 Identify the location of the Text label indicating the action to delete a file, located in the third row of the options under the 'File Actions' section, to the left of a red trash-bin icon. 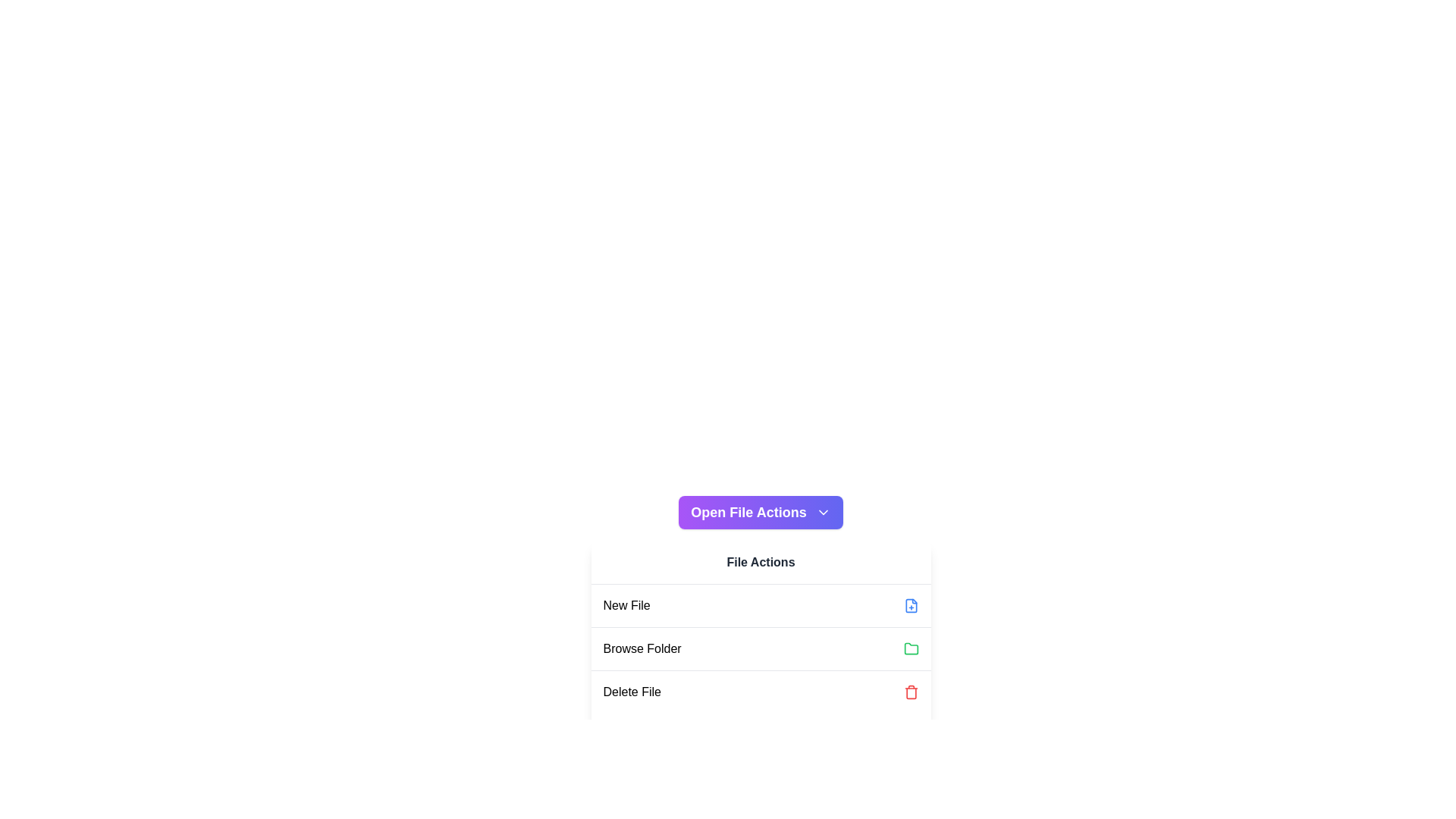
(632, 692).